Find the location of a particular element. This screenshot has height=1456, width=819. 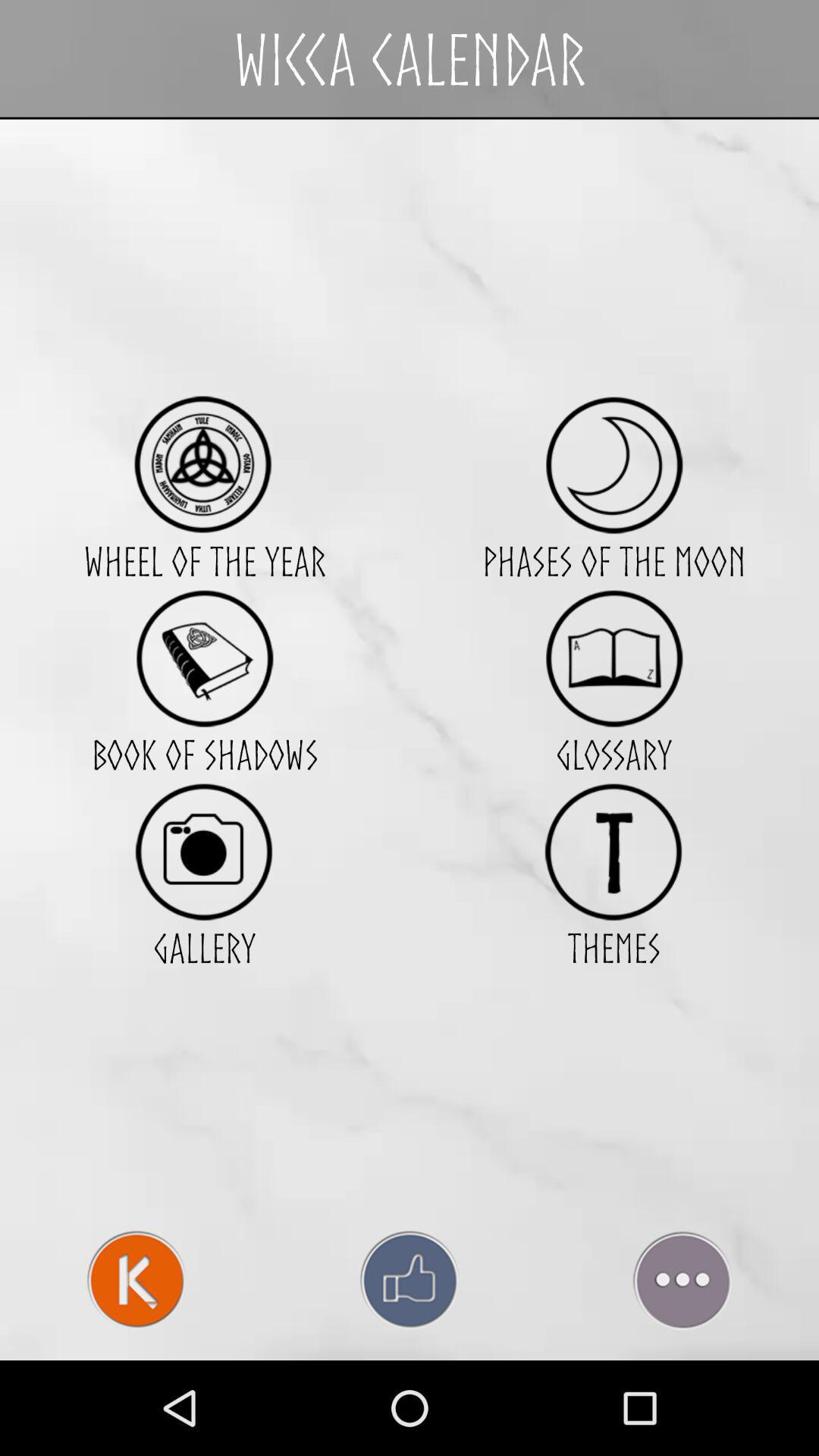

item above the wheel of the icon is located at coordinates (203, 464).